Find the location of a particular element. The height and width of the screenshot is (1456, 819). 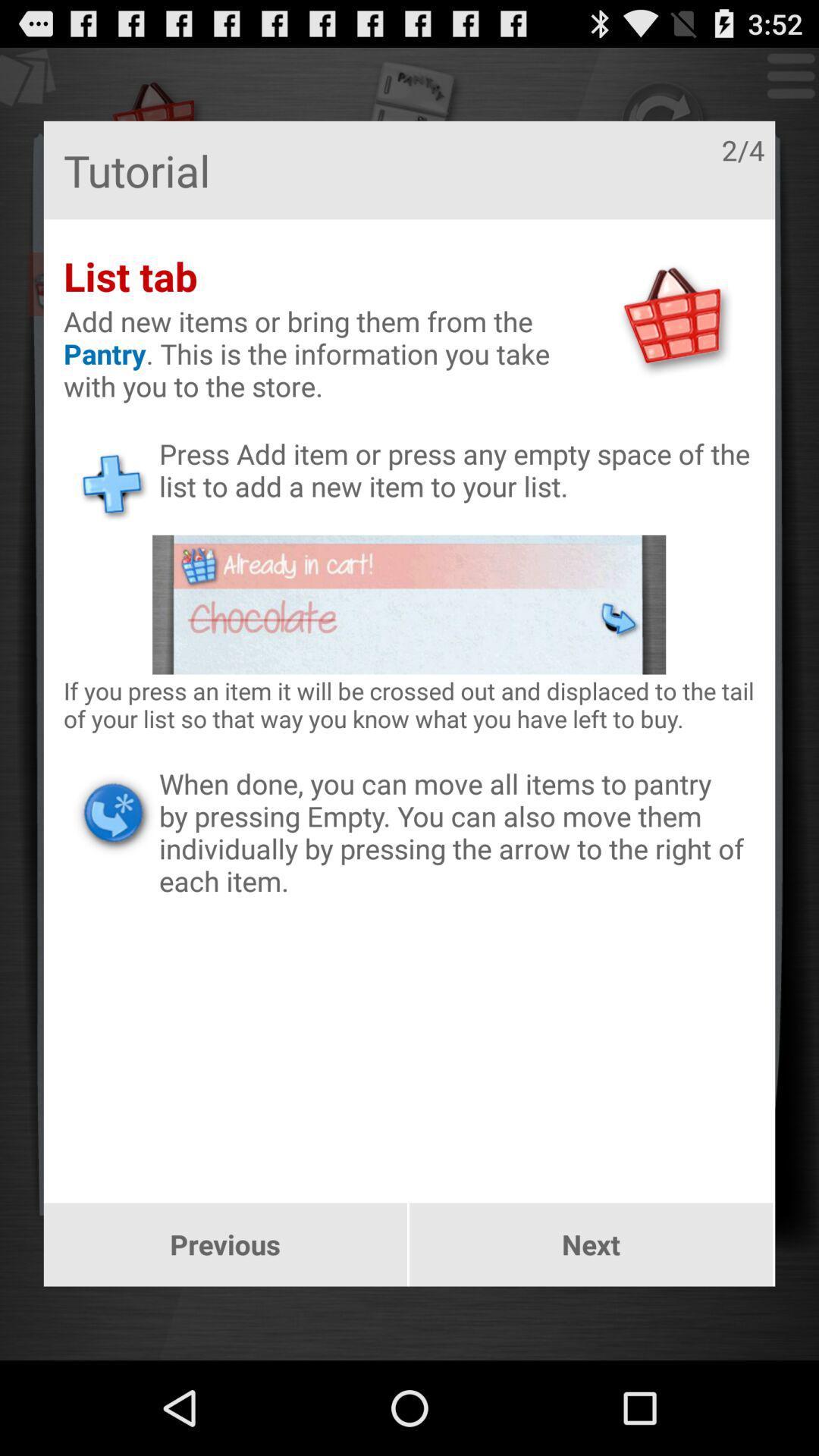

next icon is located at coordinates (590, 1244).